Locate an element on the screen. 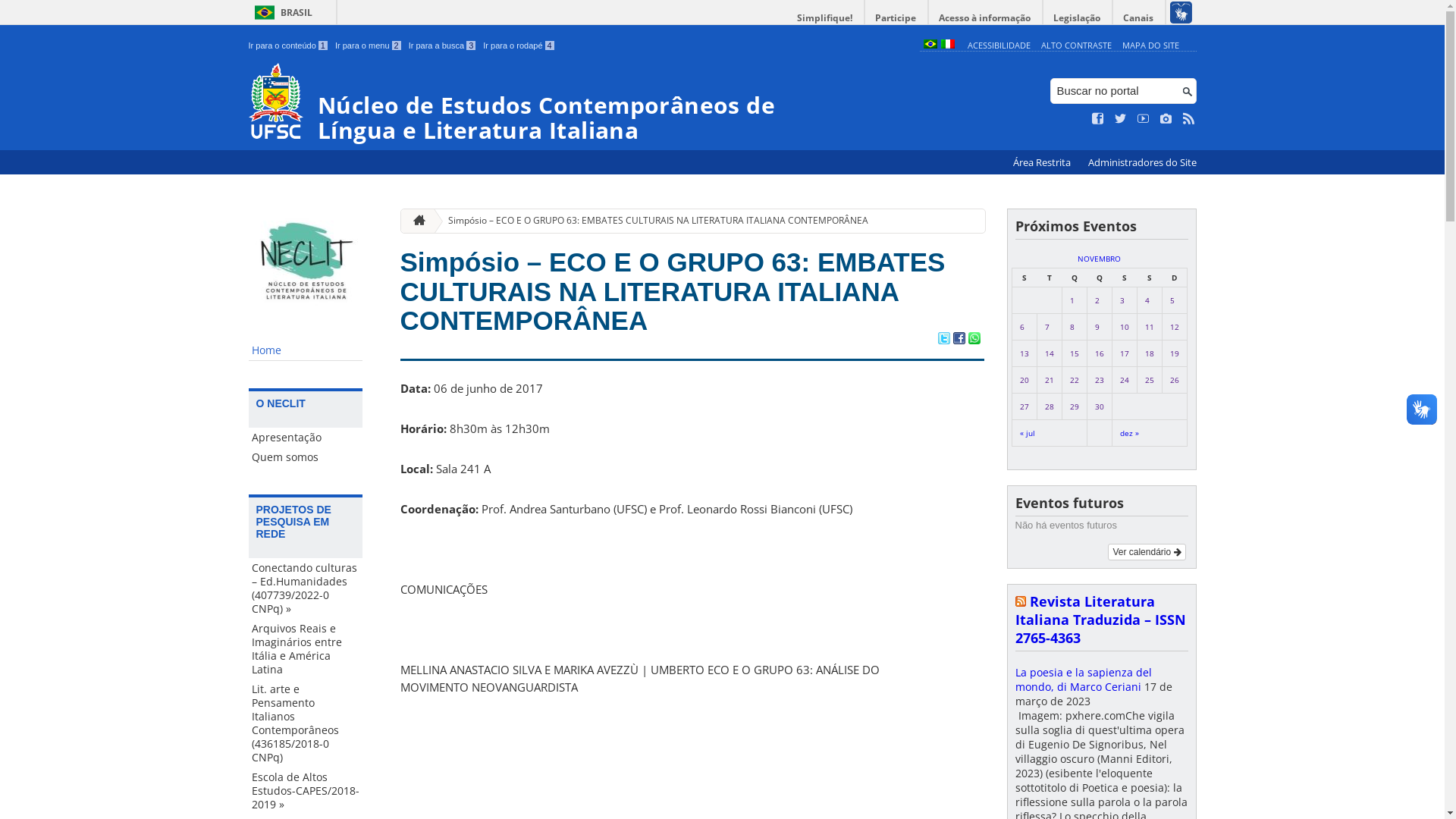  'ALTO CONTRASTE' is located at coordinates (1075, 44).